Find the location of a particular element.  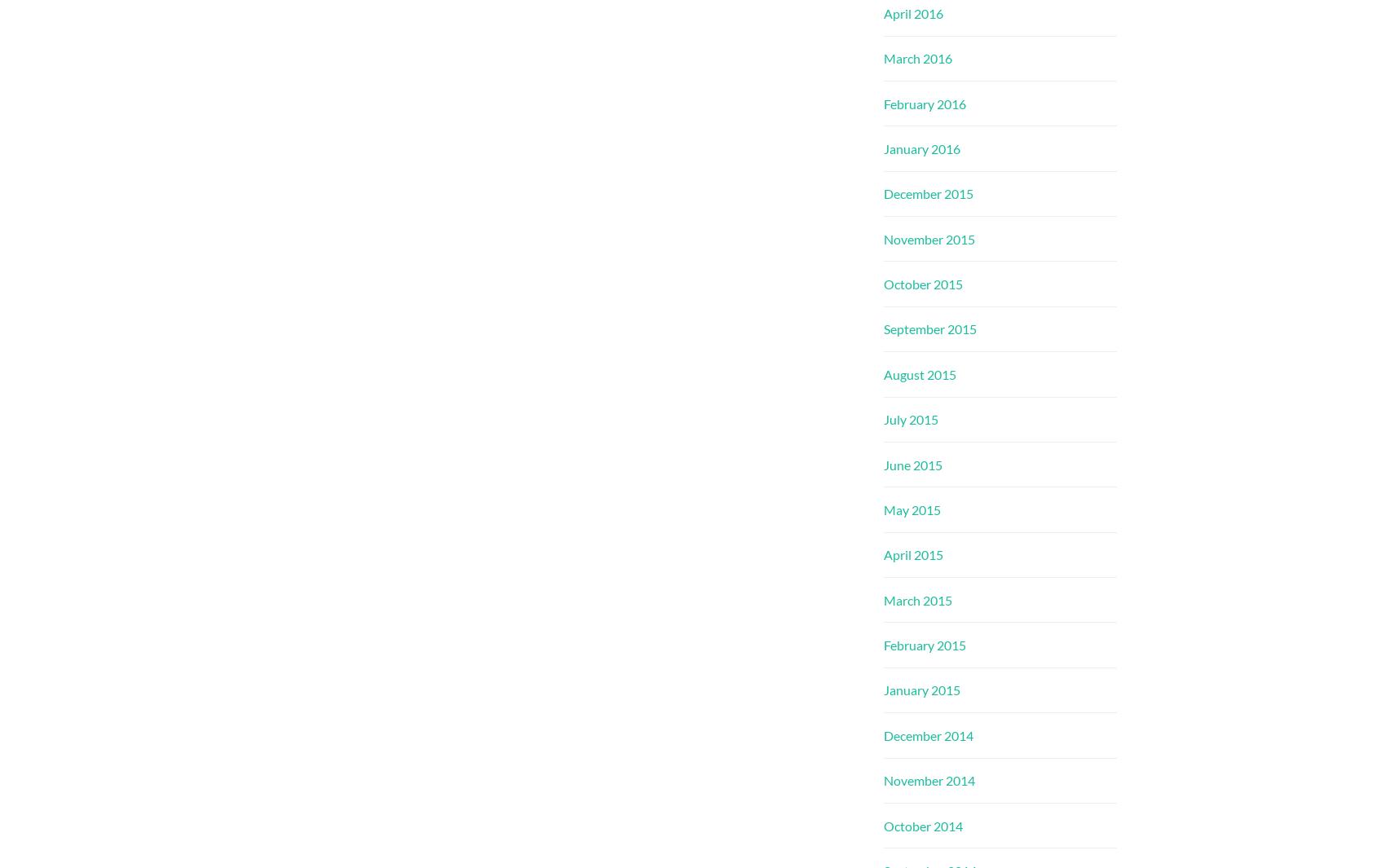

'June 2015' is located at coordinates (912, 464).